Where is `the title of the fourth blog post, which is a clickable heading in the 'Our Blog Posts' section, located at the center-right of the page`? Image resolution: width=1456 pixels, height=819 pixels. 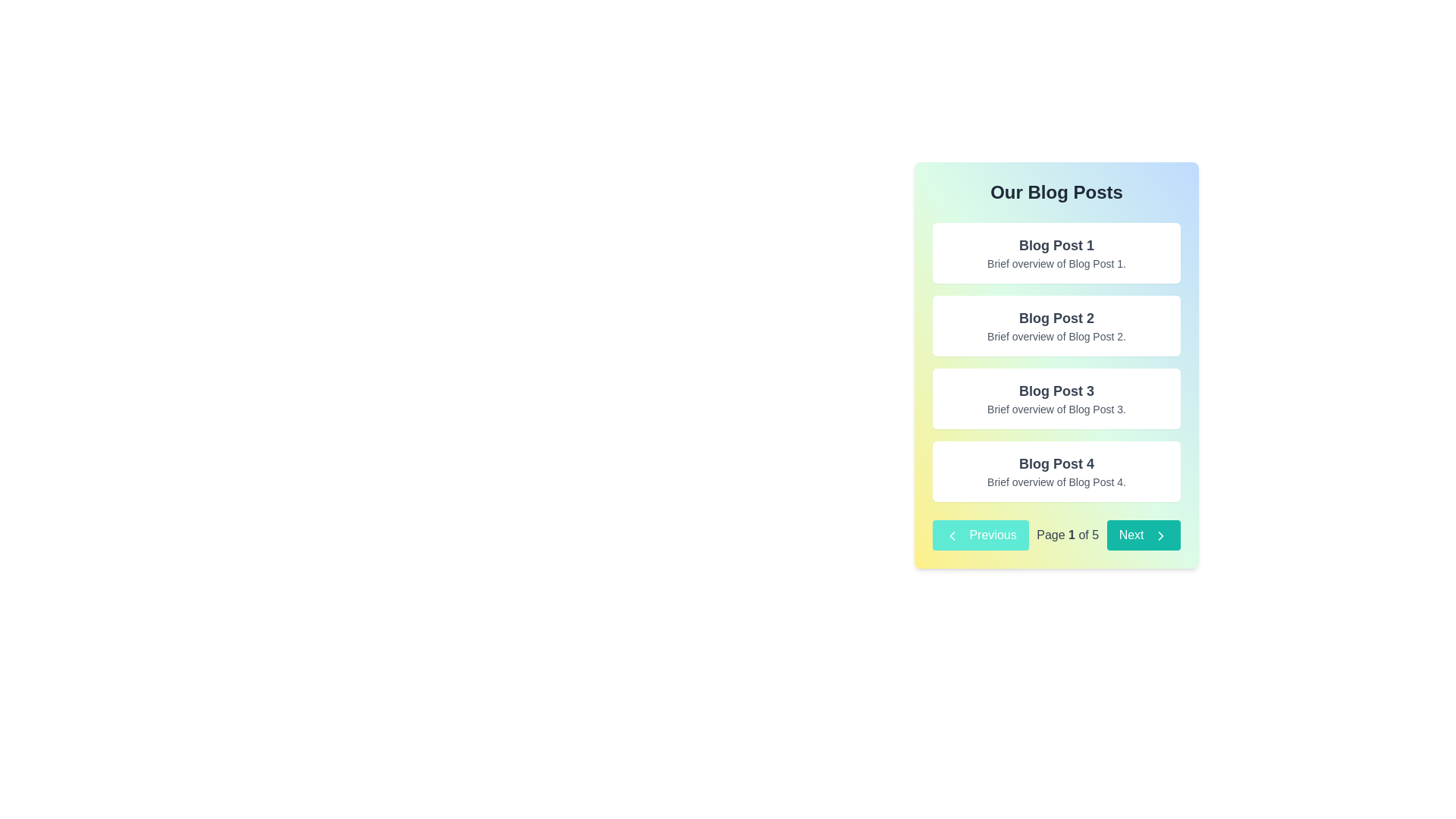
the title of the fourth blog post, which is a clickable heading in the 'Our Blog Posts' section, located at the center-right of the page is located at coordinates (1056, 463).